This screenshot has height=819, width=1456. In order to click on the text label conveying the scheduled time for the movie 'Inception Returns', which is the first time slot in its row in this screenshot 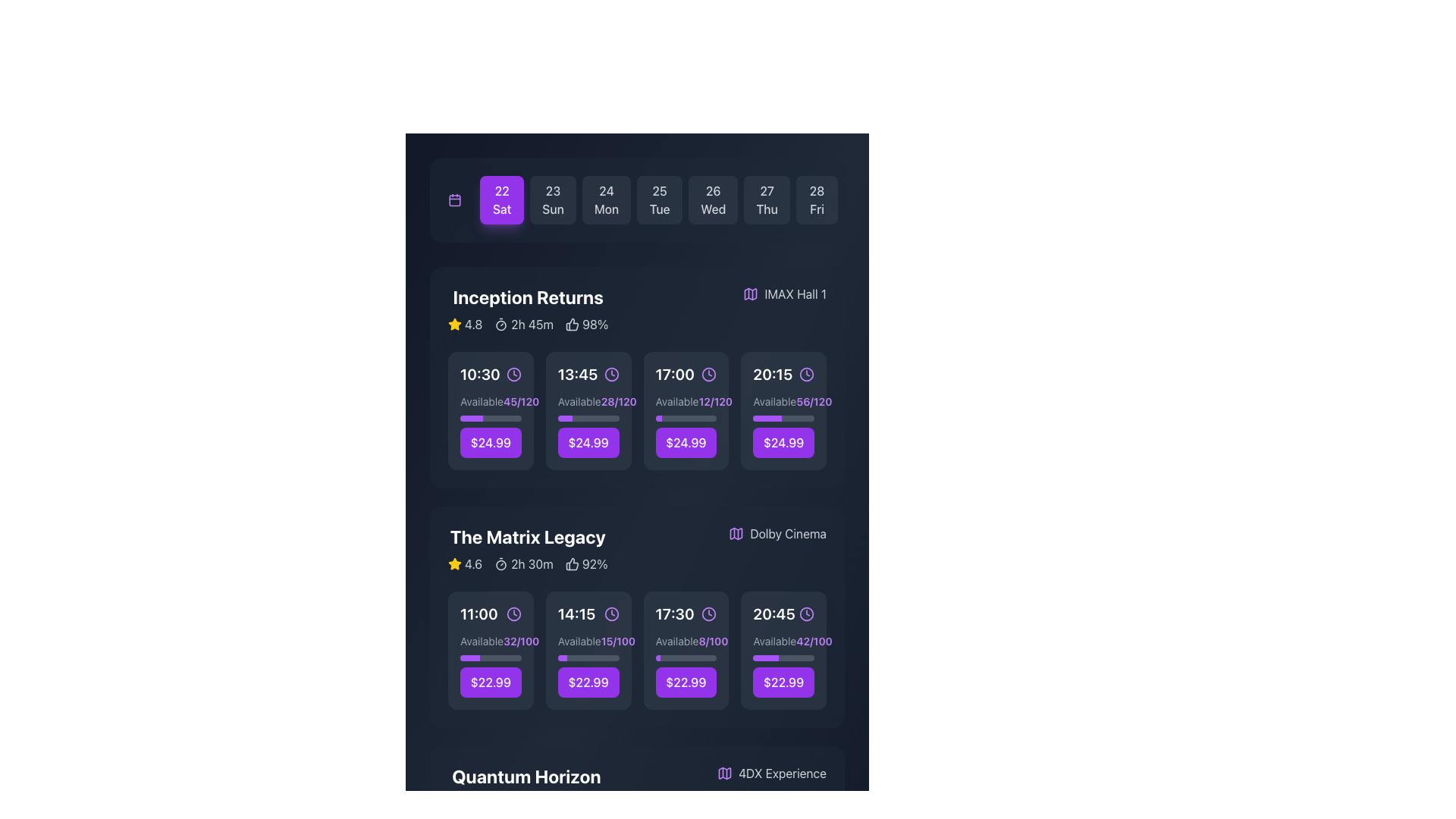, I will do `click(479, 374)`.